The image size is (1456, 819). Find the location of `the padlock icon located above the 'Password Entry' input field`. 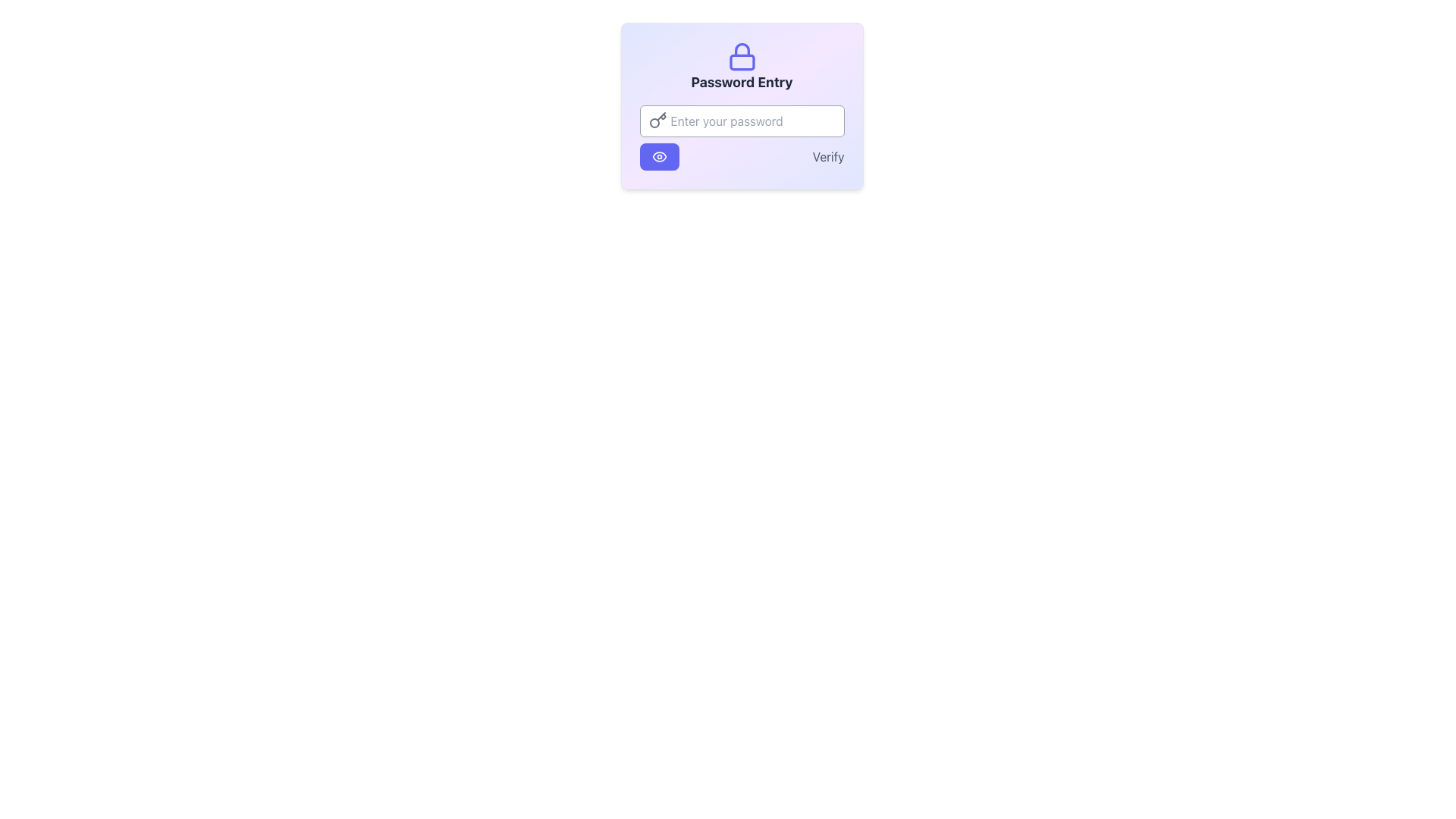

the padlock icon located above the 'Password Entry' input field is located at coordinates (742, 55).